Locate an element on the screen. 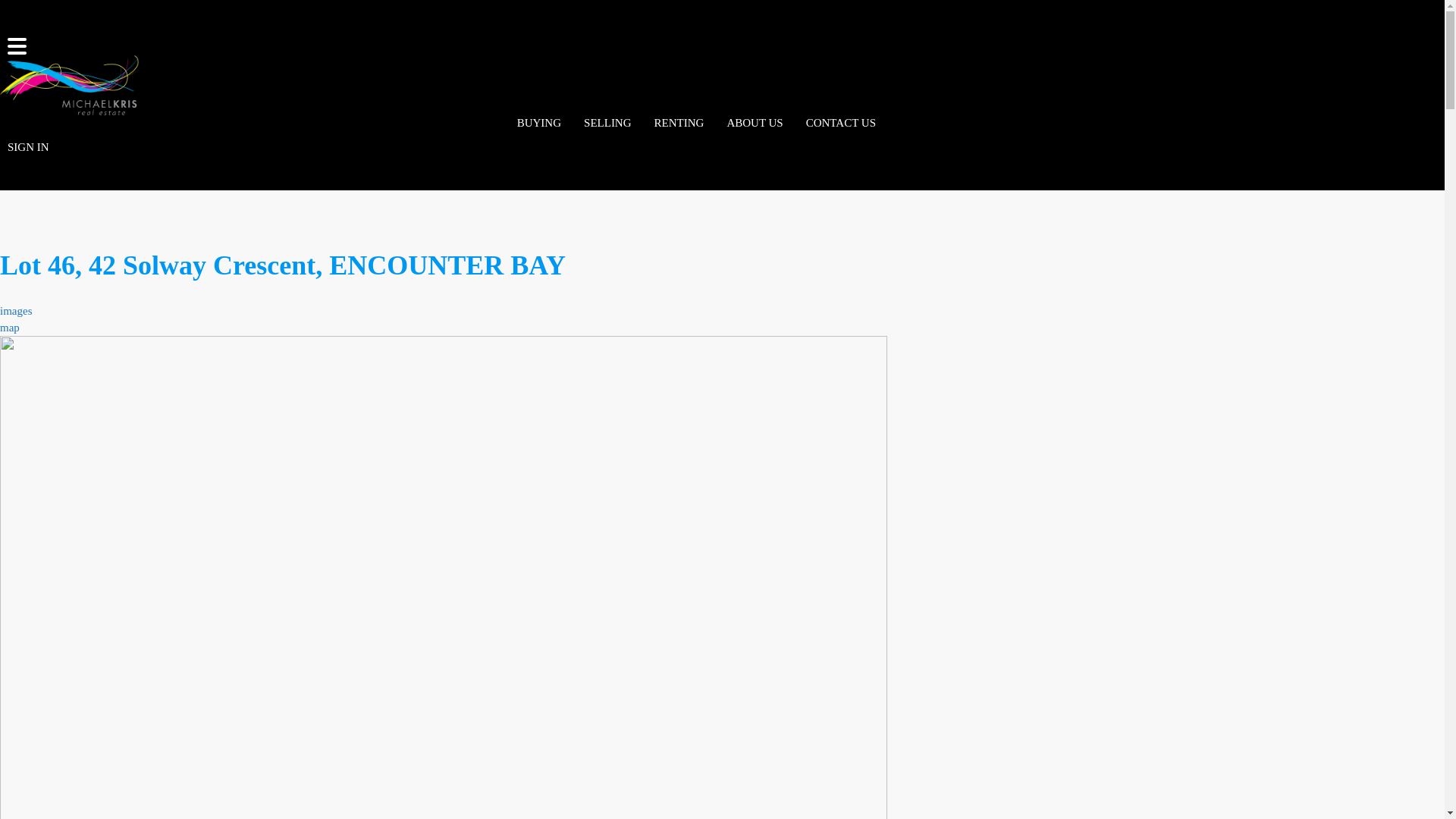  'RENTING' is located at coordinates (679, 122).